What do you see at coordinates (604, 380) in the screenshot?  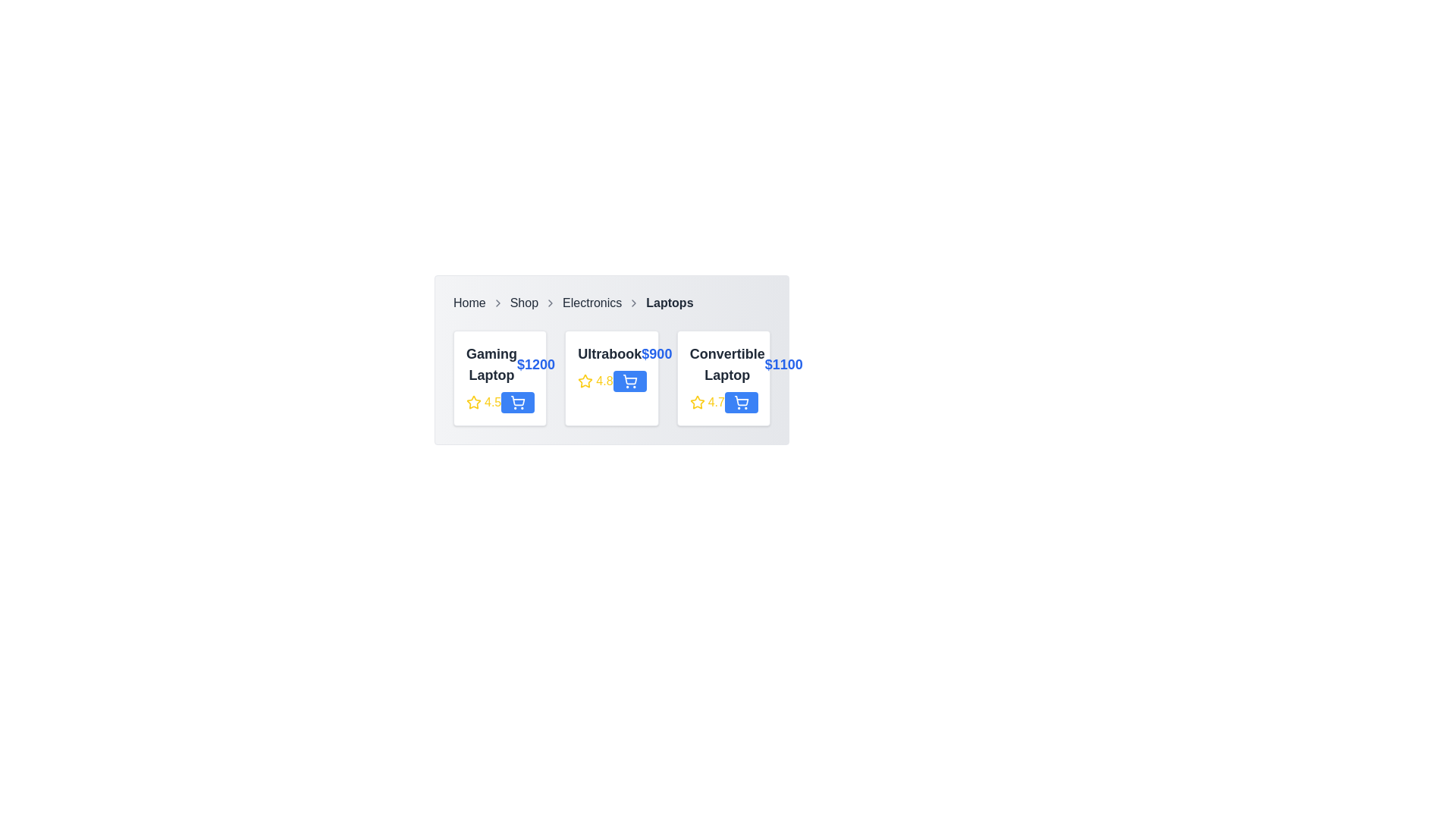 I see `the average user rating text label in the middle card, which is located between the star icon and the shopping cart icon` at bounding box center [604, 380].